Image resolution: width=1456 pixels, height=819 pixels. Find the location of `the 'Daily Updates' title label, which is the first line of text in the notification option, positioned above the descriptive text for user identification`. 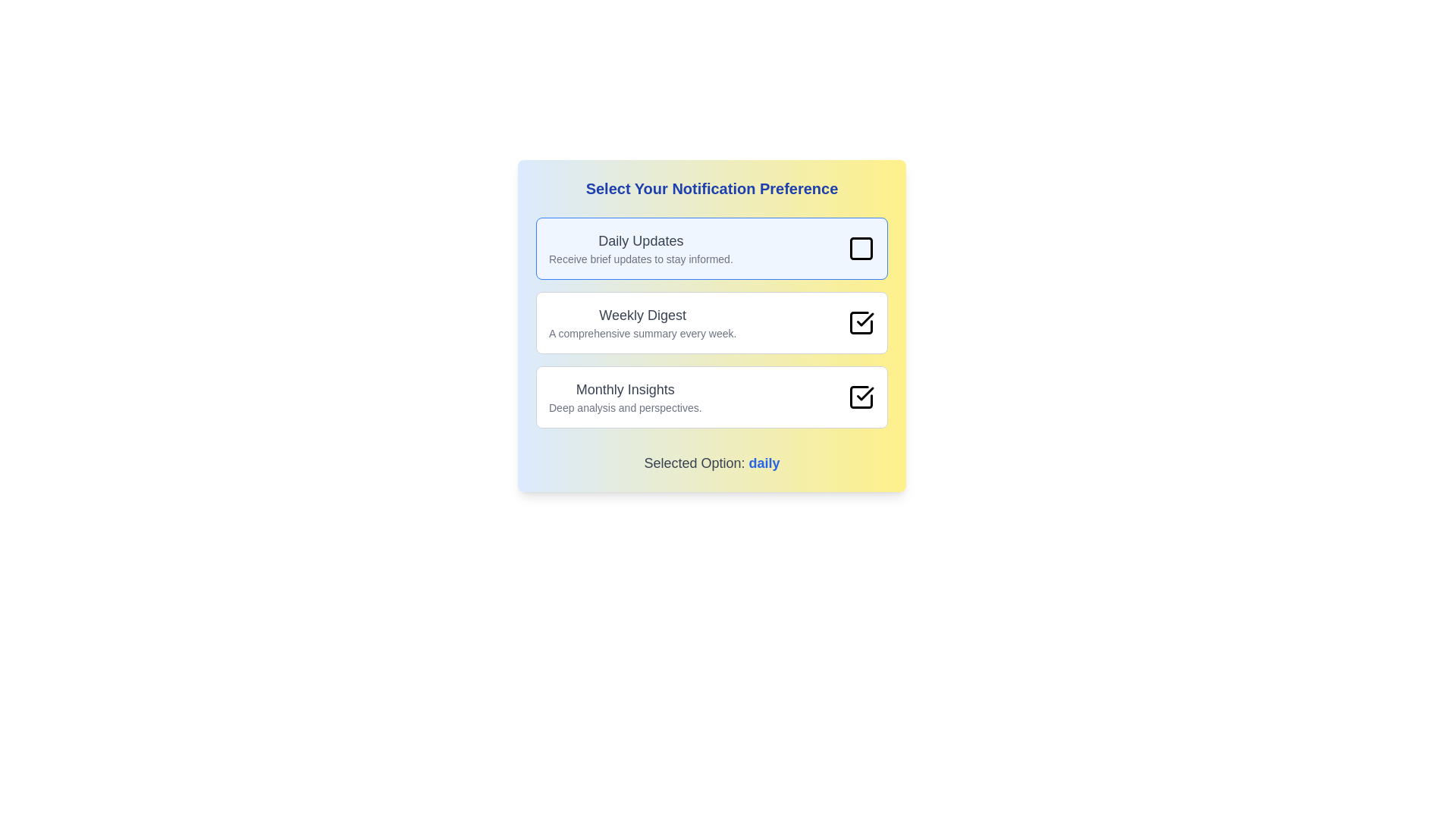

the 'Daily Updates' title label, which is the first line of text in the notification option, positioned above the descriptive text for user identification is located at coordinates (641, 240).